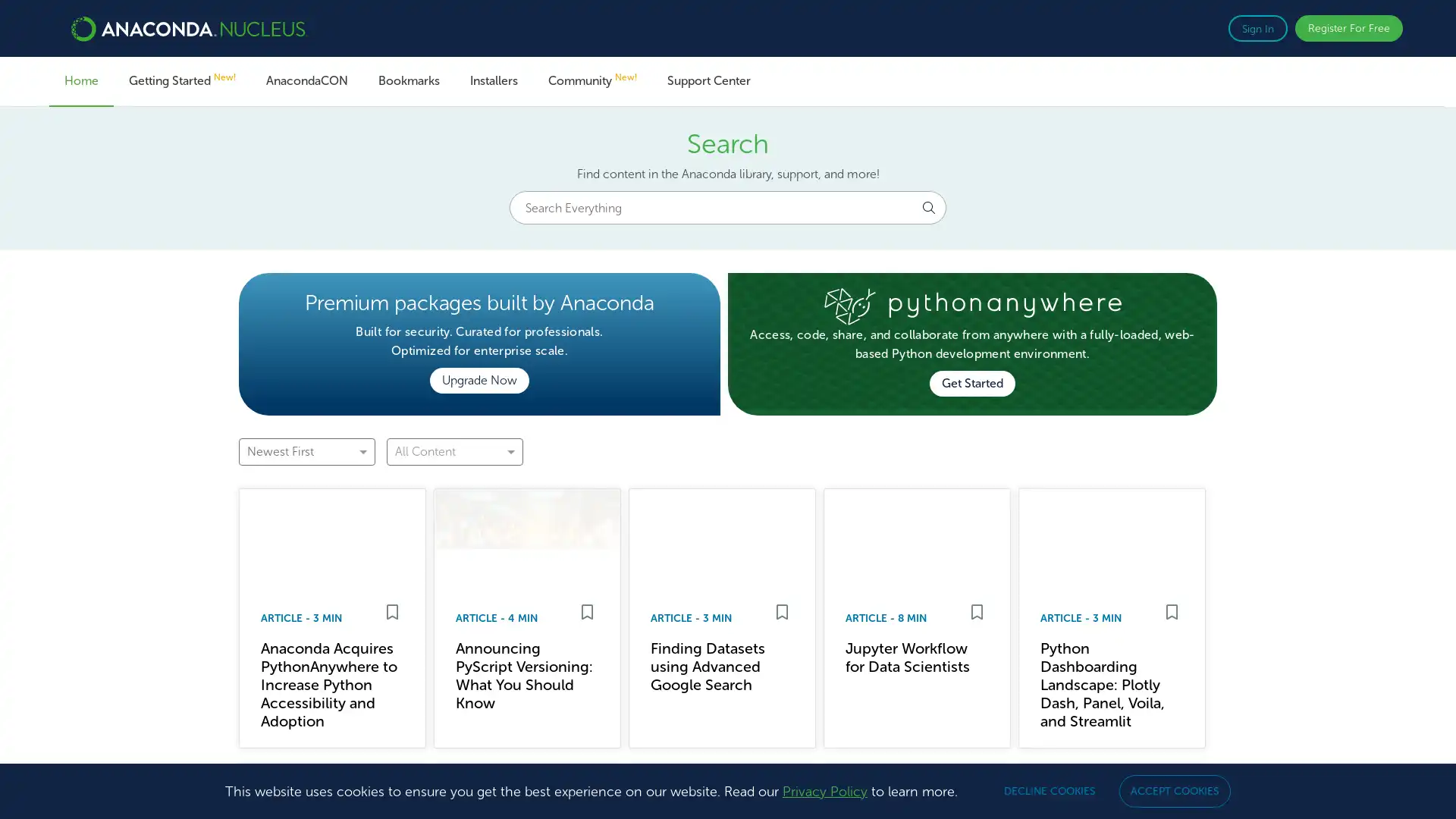 This screenshot has width=1456, height=819. I want to click on DECLINE COOKIES, so click(1049, 790).